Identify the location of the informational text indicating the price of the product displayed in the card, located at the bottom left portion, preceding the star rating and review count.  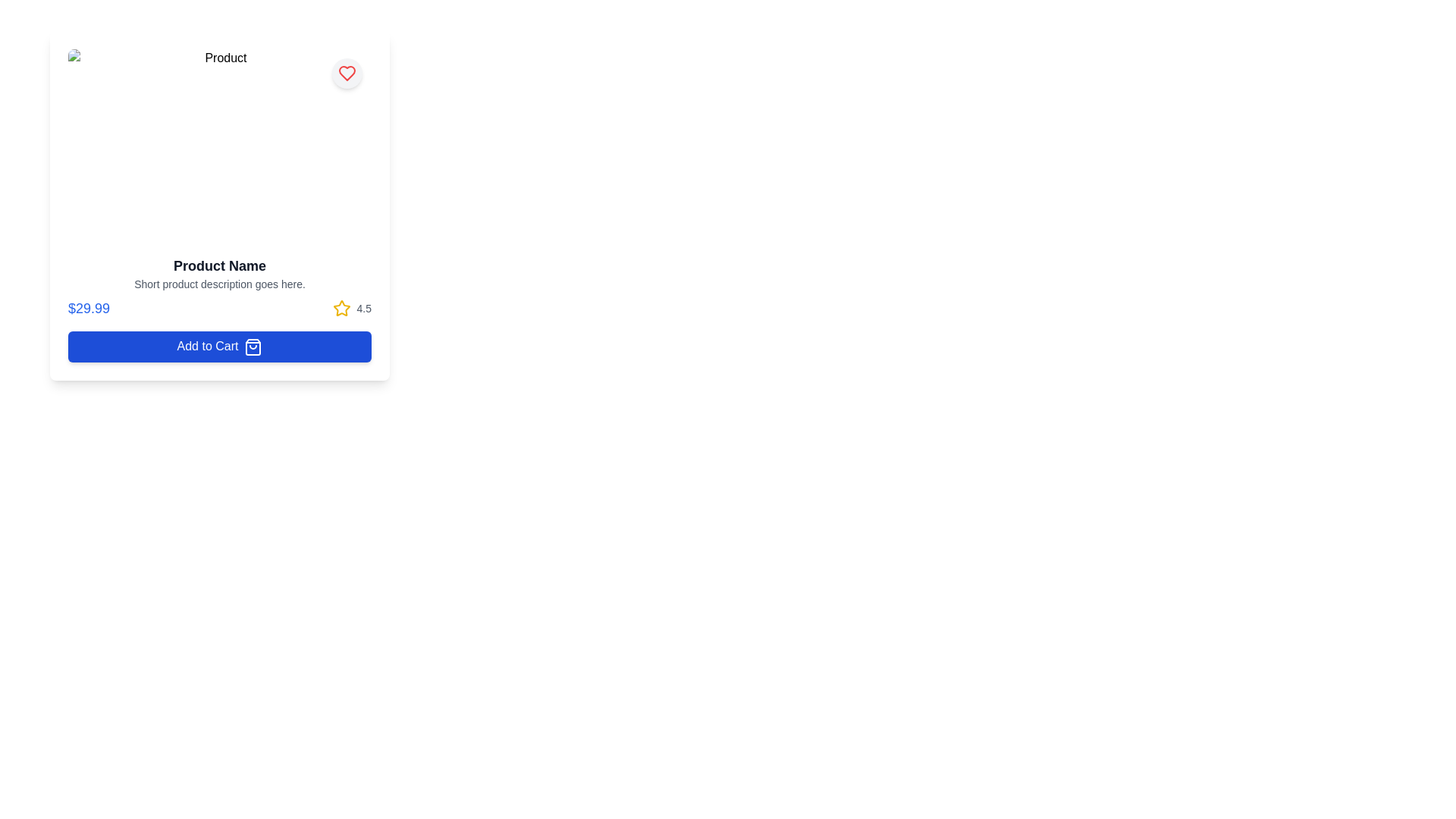
(88, 308).